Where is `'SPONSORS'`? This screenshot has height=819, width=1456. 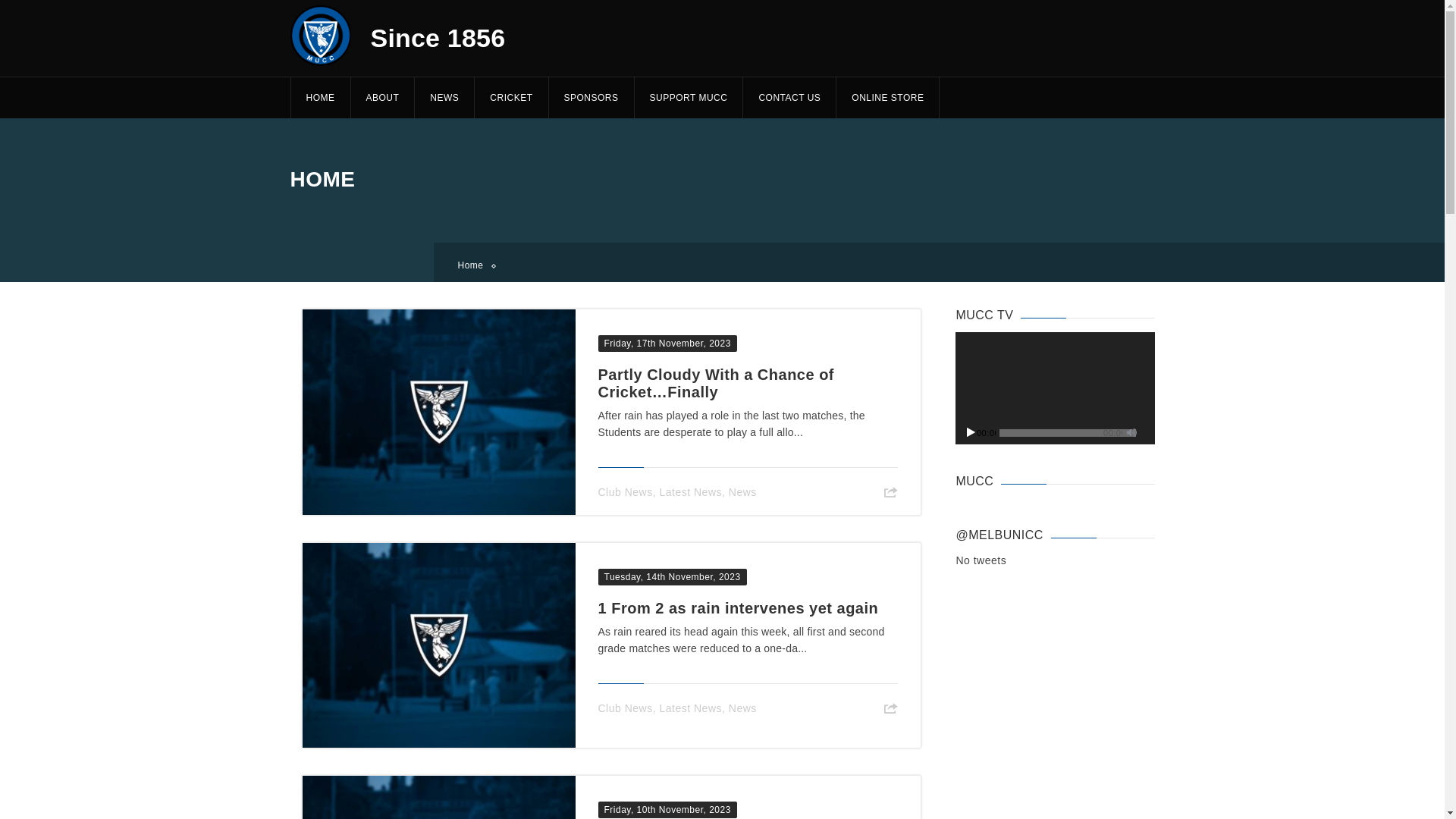
'SPONSORS' is located at coordinates (590, 97).